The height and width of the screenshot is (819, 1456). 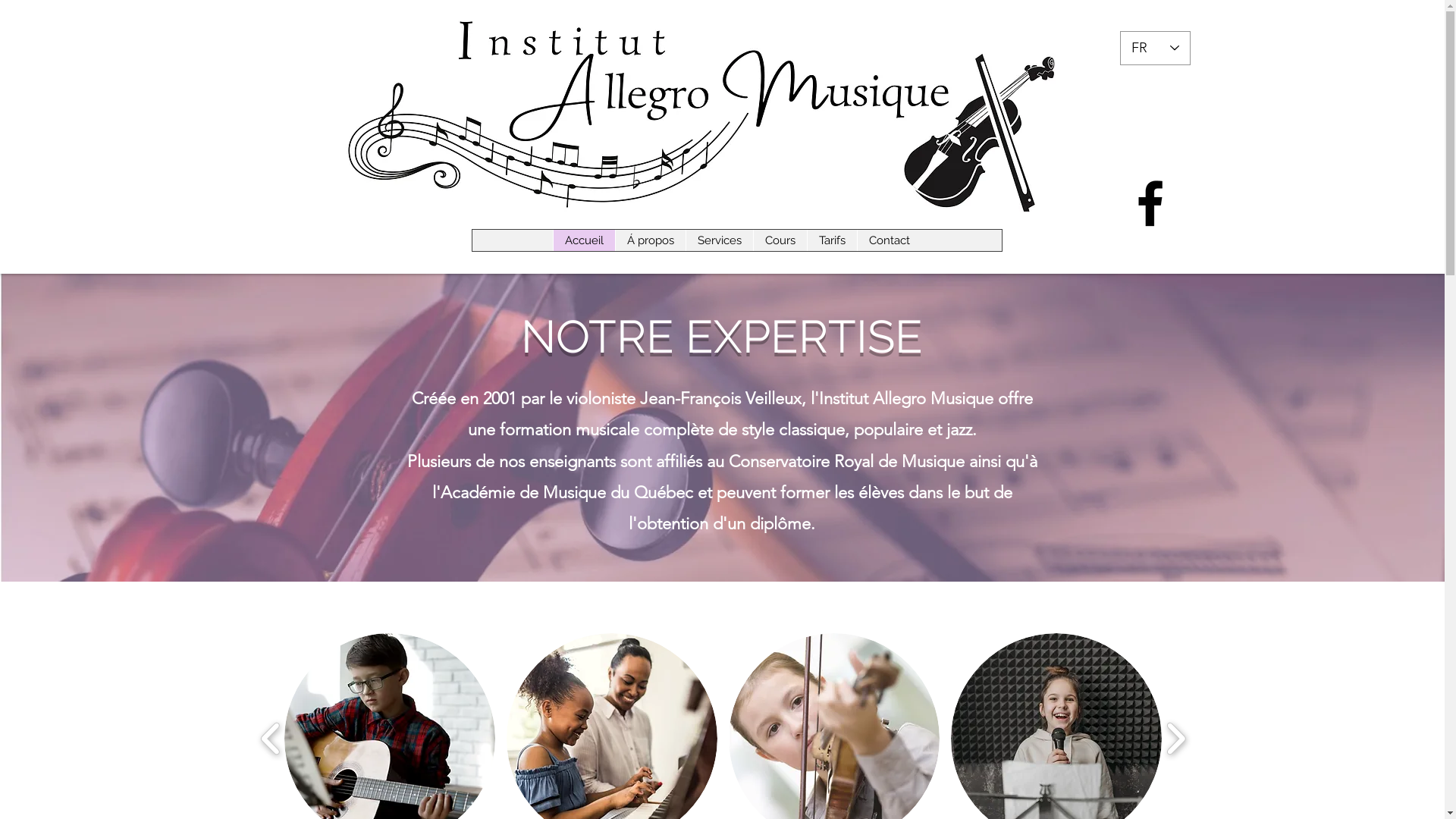 I want to click on 'Services', so click(x=718, y=239).